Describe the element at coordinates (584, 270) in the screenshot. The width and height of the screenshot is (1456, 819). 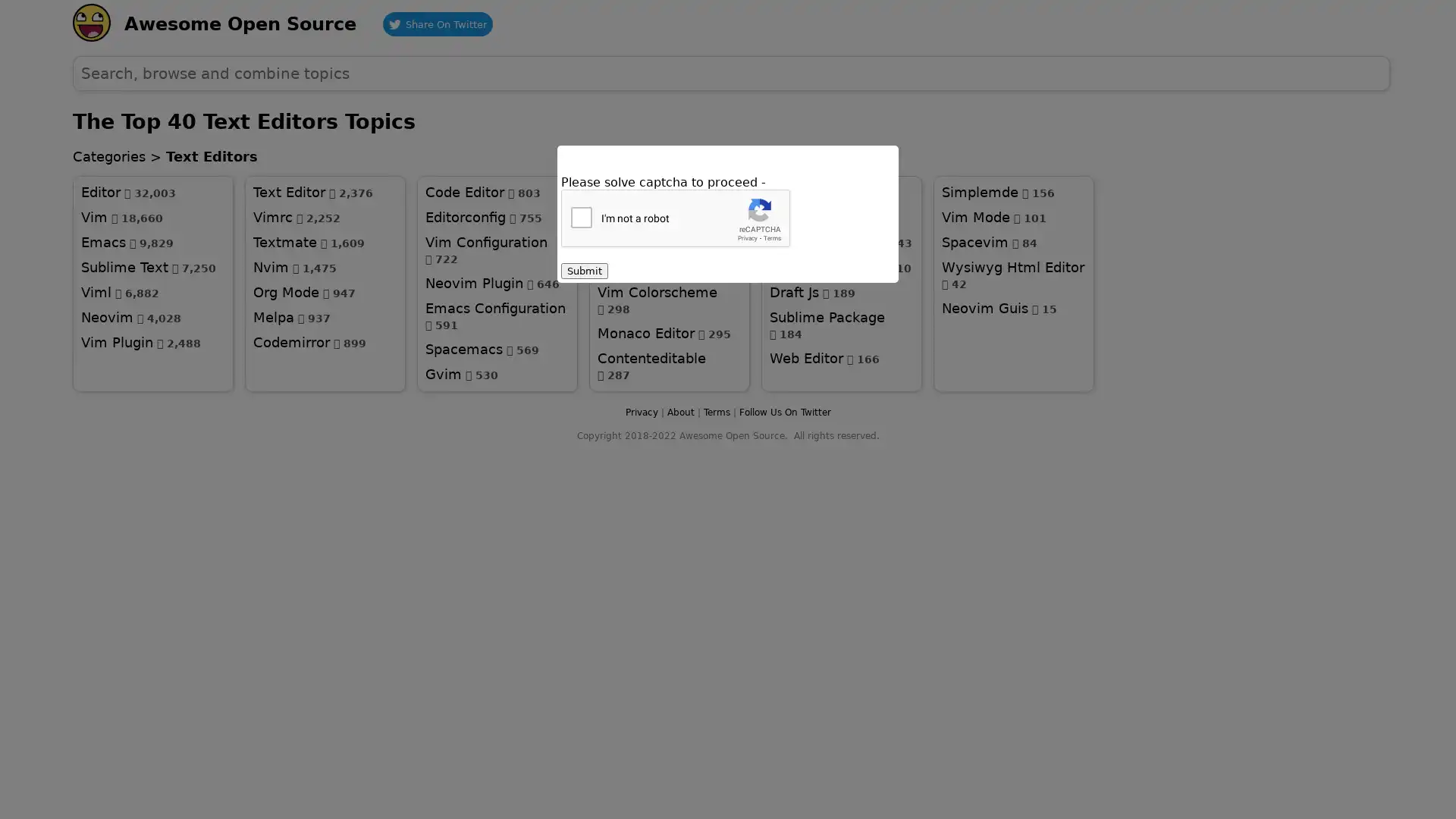
I see `Submit` at that location.